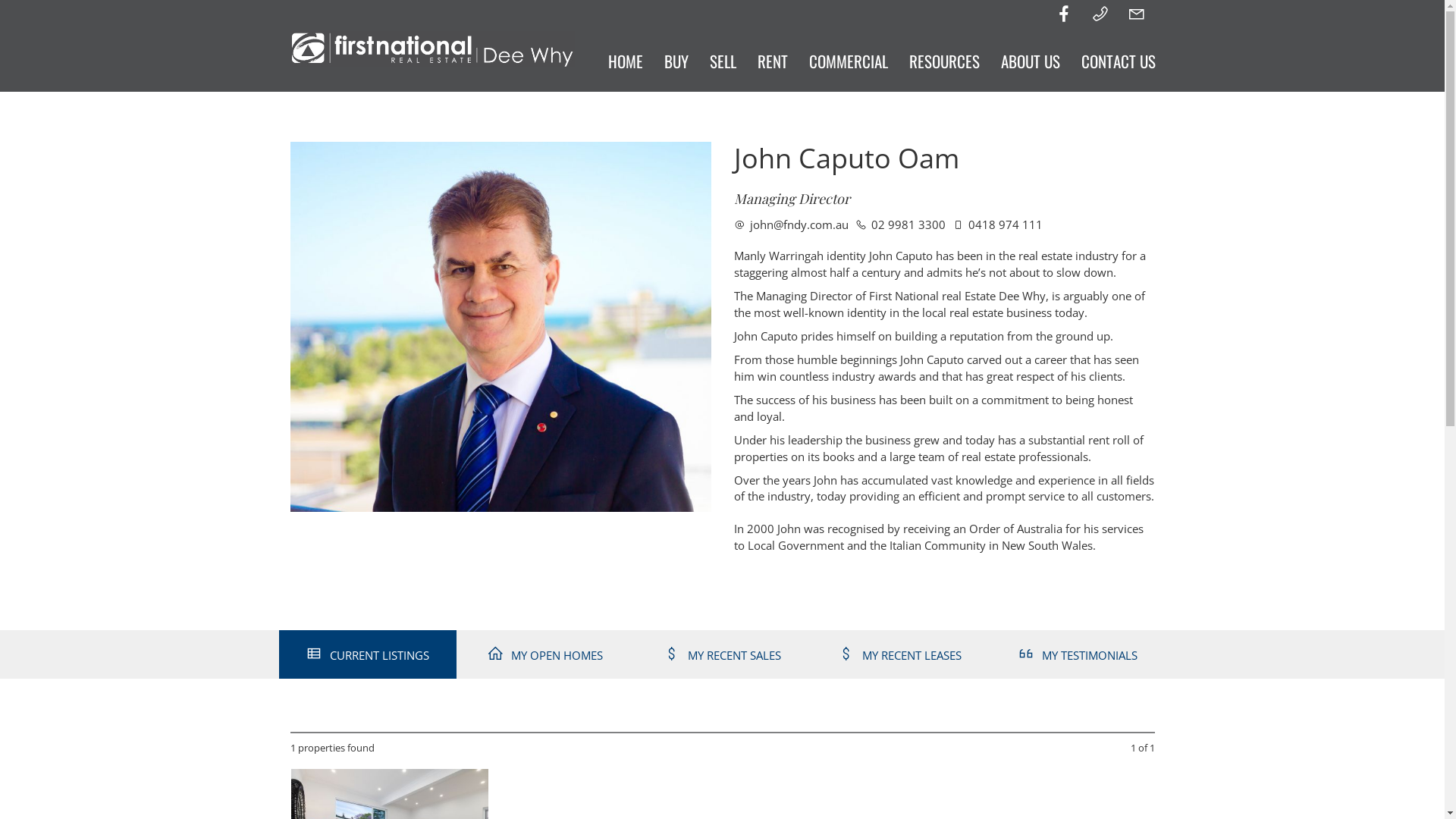 The height and width of the screenshot is (819, 1456). Describe the element at coordinates (626, 61) in the screenshot. I see `'HOME'` at that location.